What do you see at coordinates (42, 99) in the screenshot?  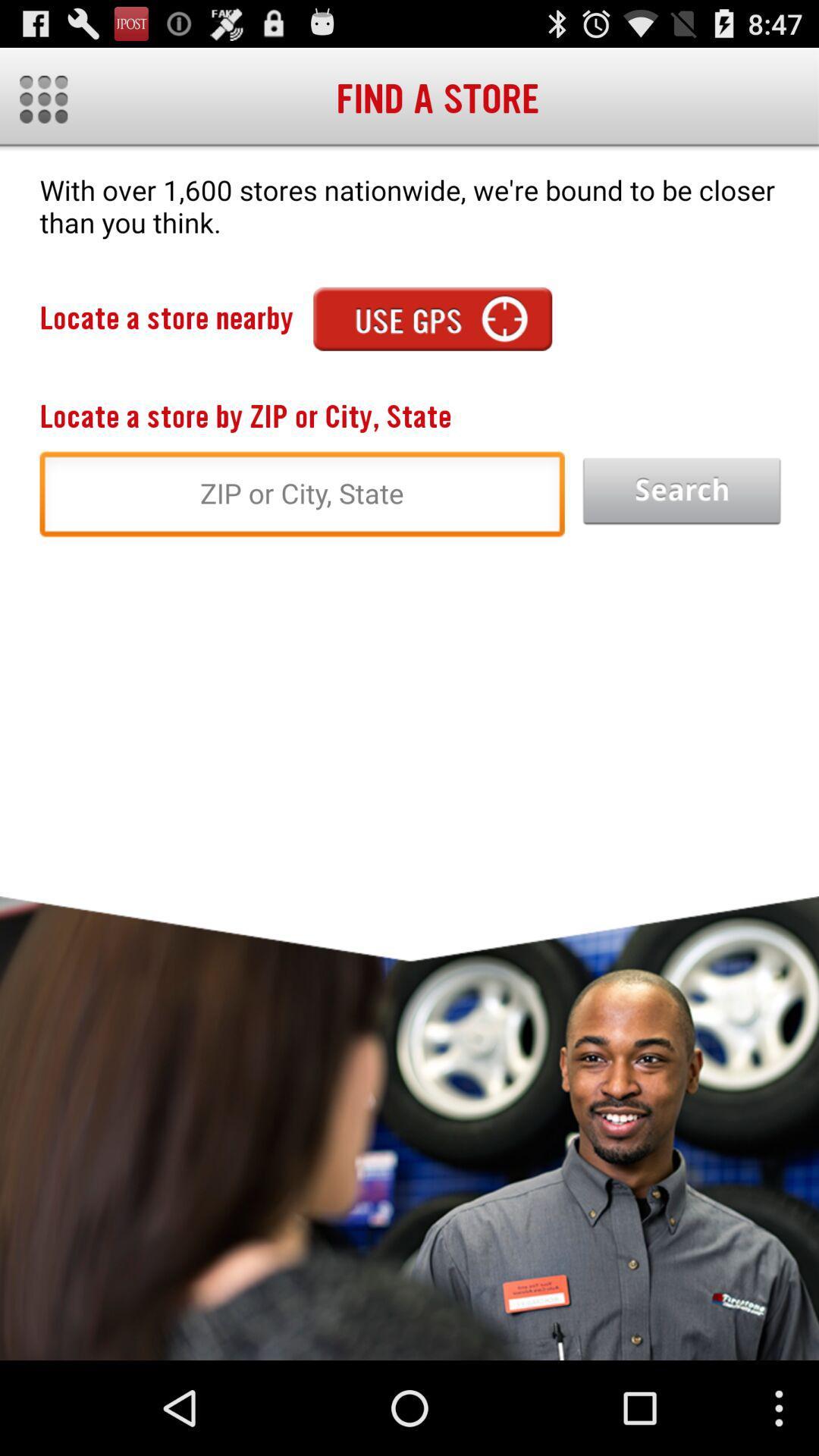 I see `the app to the left of the find a store item` at bounding box center [42, 99].